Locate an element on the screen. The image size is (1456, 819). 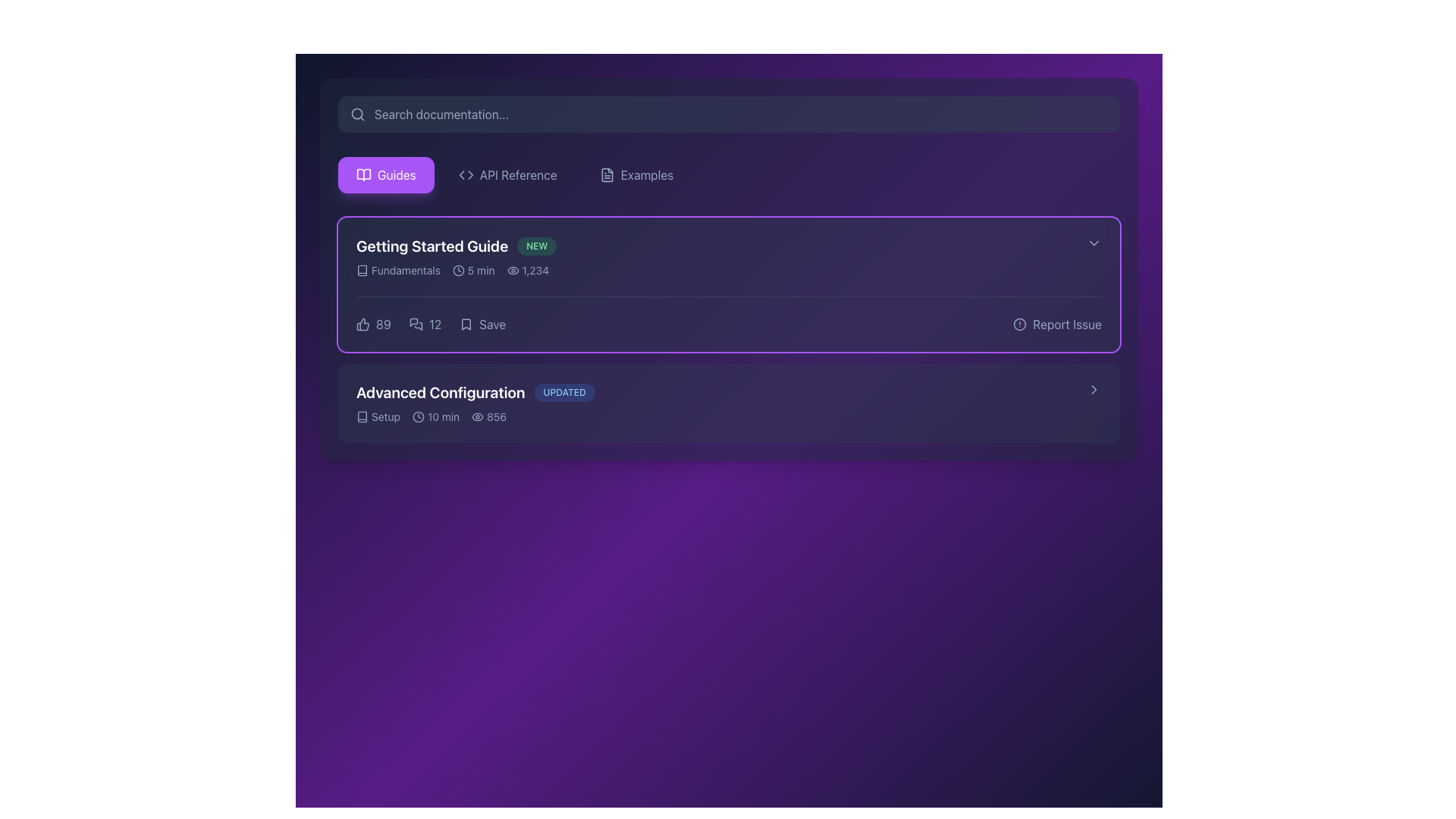
one of the items in the Navigation Menu, which serves is located at coordinates (729, 174).